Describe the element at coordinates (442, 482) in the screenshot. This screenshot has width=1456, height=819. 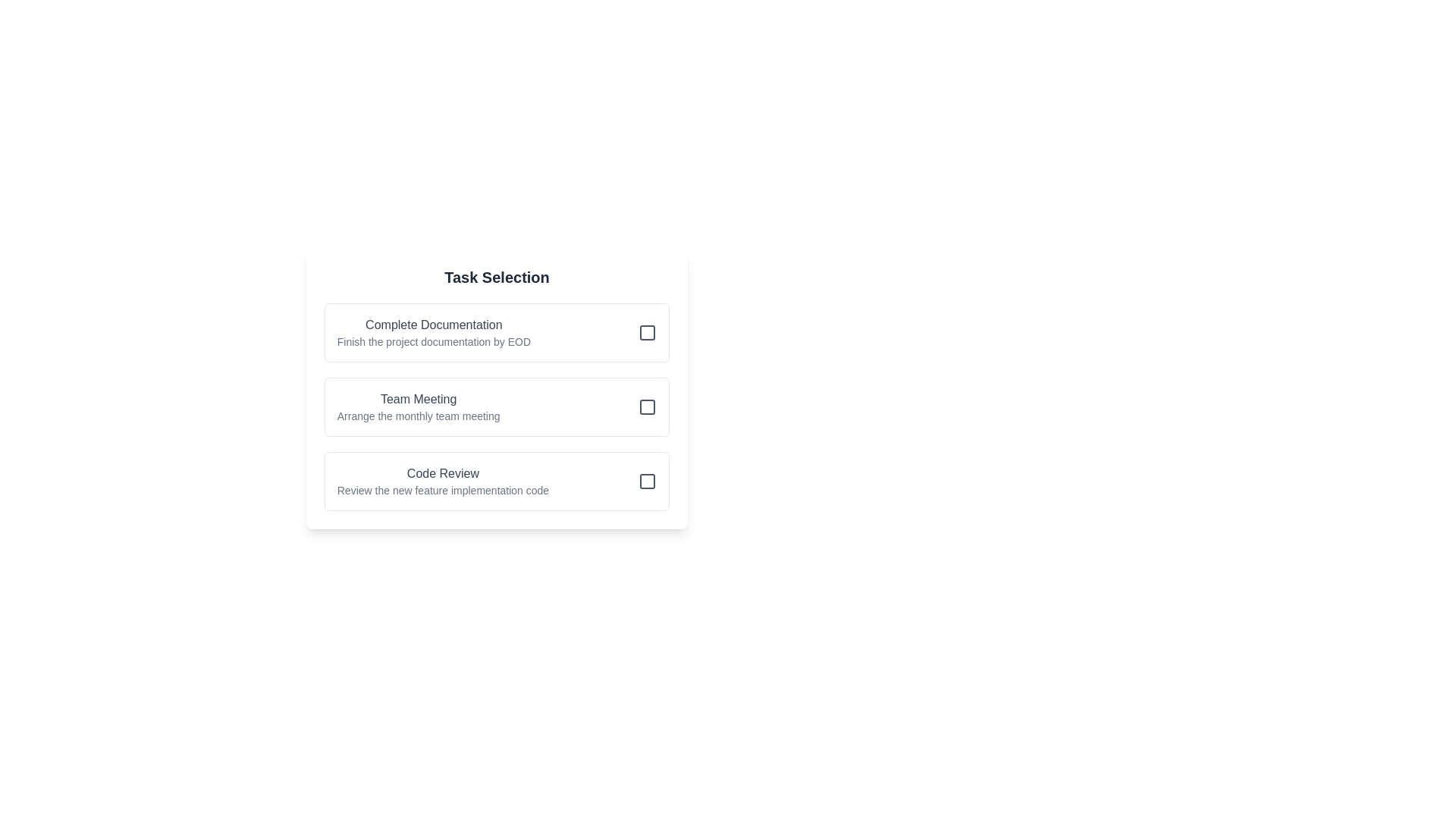
I see `the 'Code Review' text label which consists of a bold title and a smaller gray subtitle, located in the lower section of a group of task items` at that location.